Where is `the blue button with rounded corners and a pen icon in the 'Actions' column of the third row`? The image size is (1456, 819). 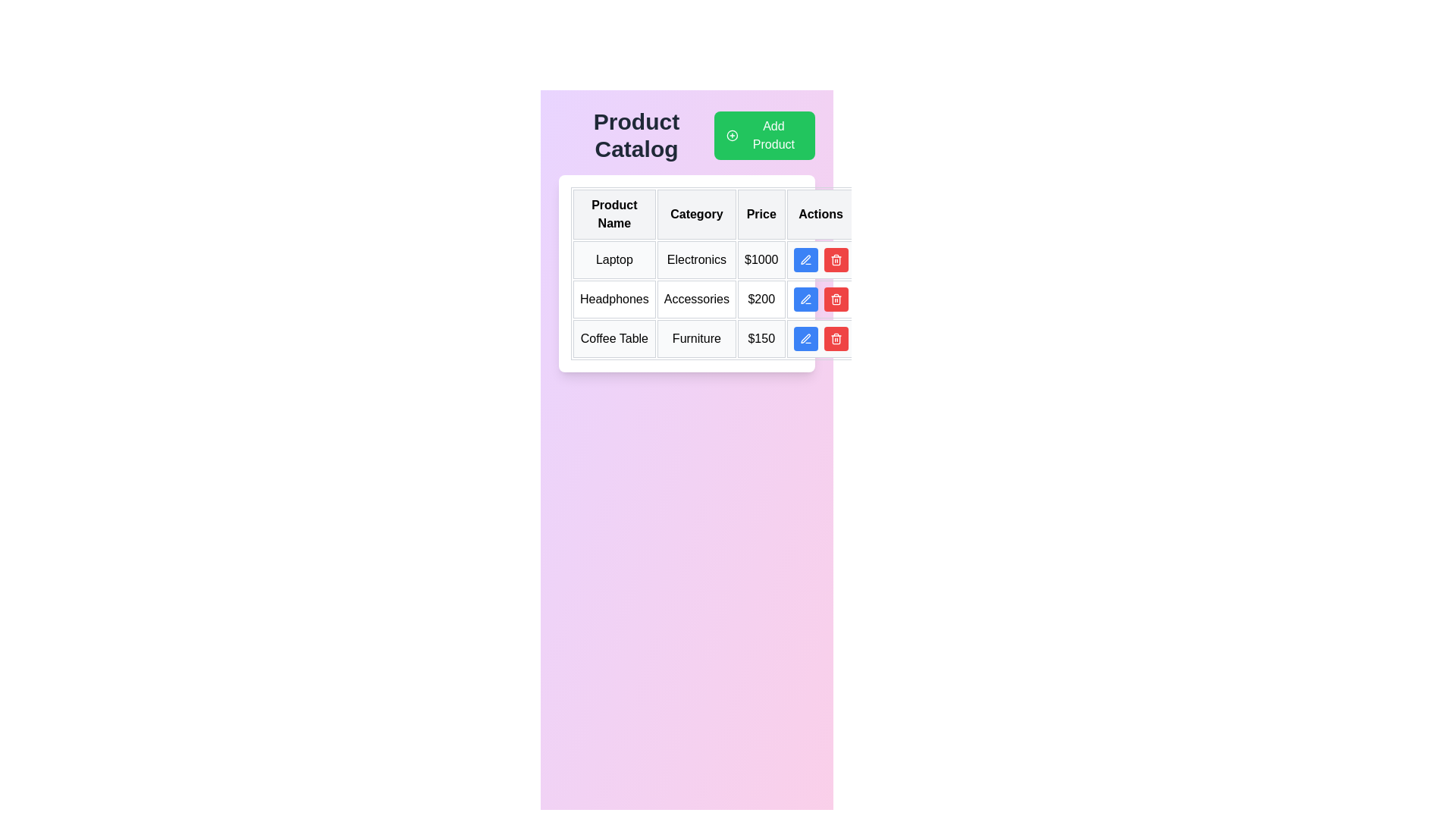 the blue button with rounded corners and a pen icon in the 'Actions' column of the third row is located at coordinates (805, 338).